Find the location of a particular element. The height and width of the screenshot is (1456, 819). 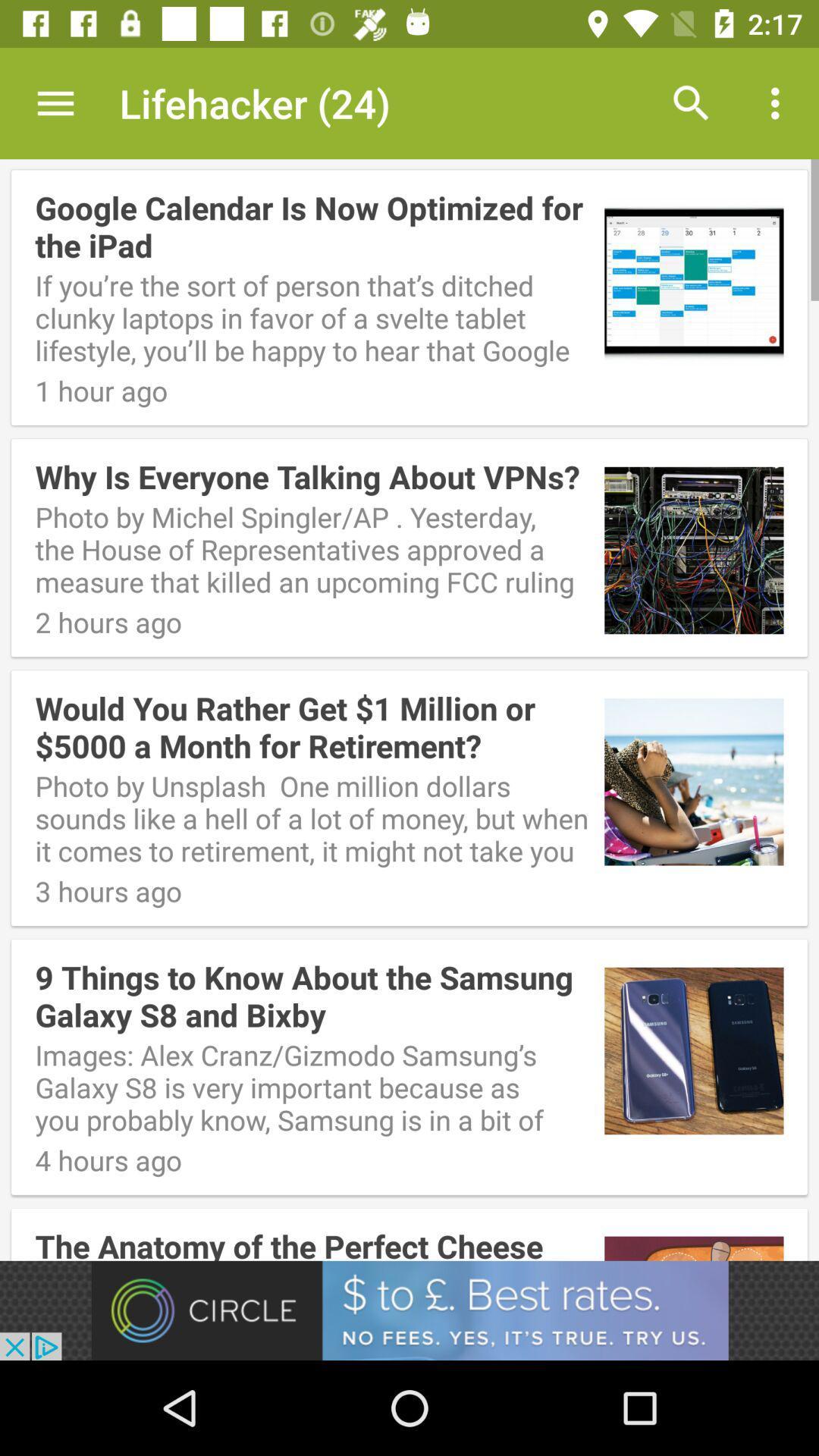

circle best rates is located at coordinates (409, 1310).